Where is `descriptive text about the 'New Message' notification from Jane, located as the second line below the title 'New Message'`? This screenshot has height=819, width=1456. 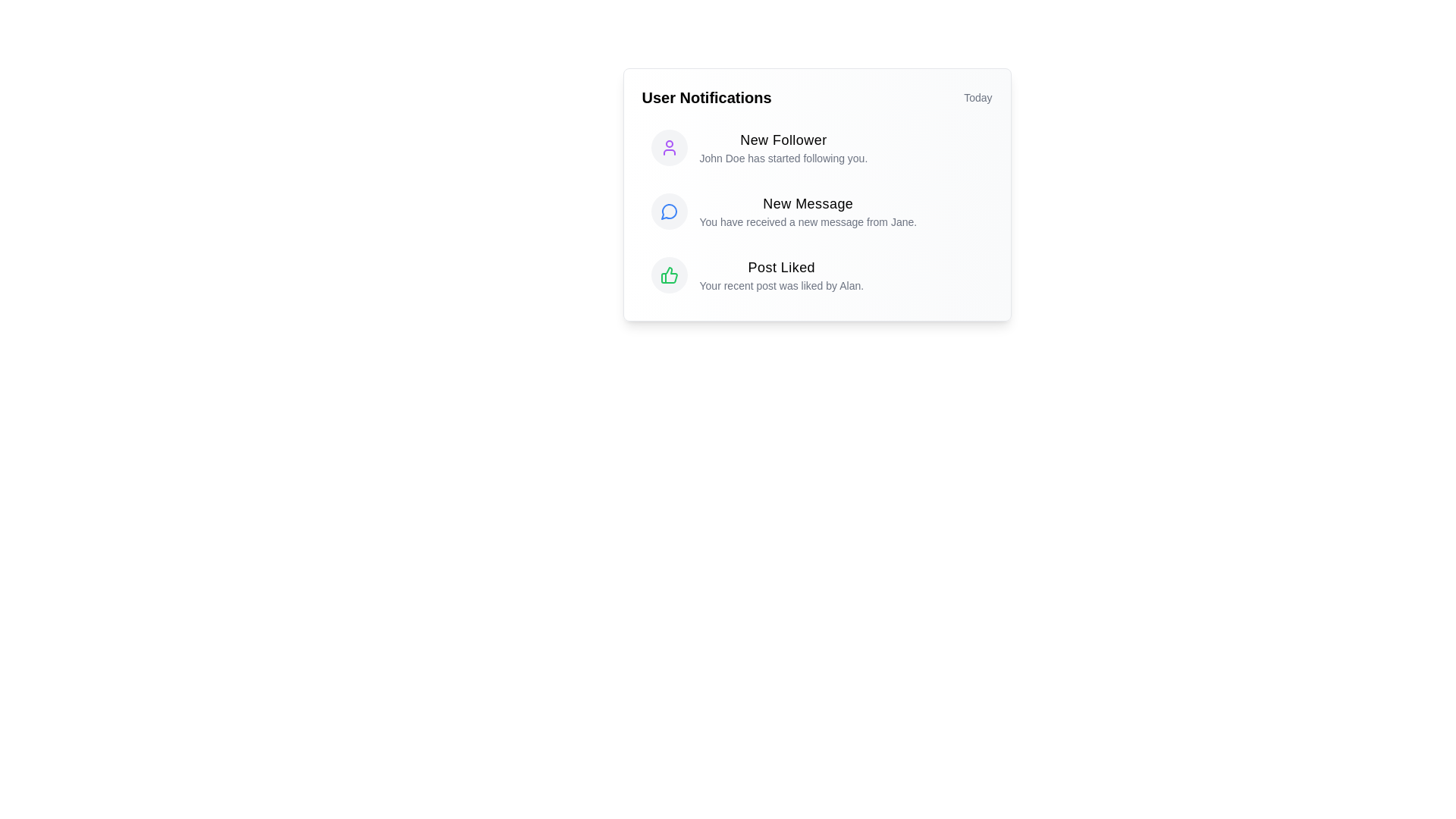 descriptive text about the 'New Message' notification from Jane, located as the second line below the title 'New Message' is located at coordinates (807, 222).